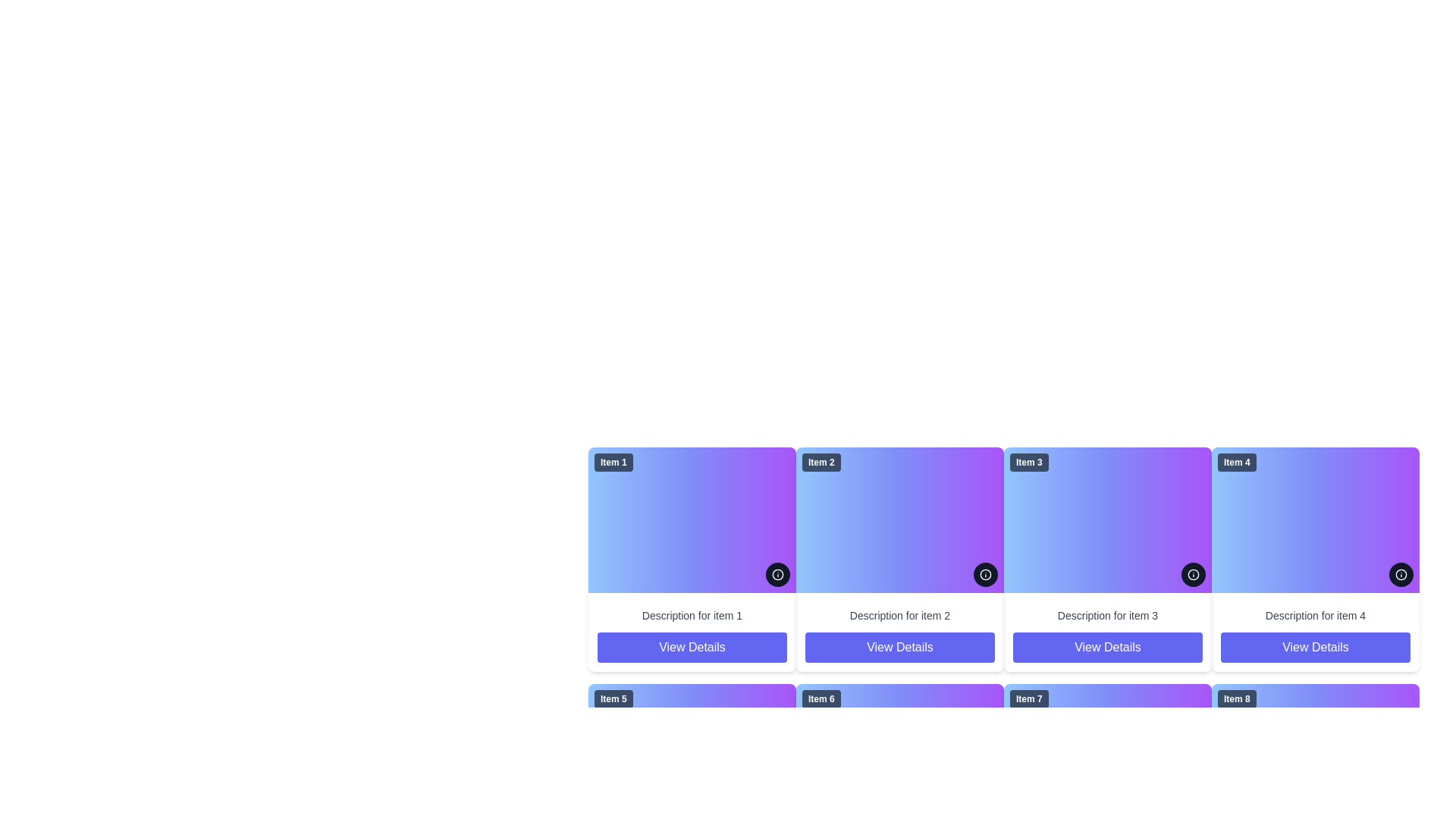 The height and width of the screenshot is (819, 1456). What do you see at coordinates (1314, 519) in the screenshot?
I see `the fourth Content card in the upper row of the grid, which serves as a visual card element displaying information` at bounding box center [1314, 519].